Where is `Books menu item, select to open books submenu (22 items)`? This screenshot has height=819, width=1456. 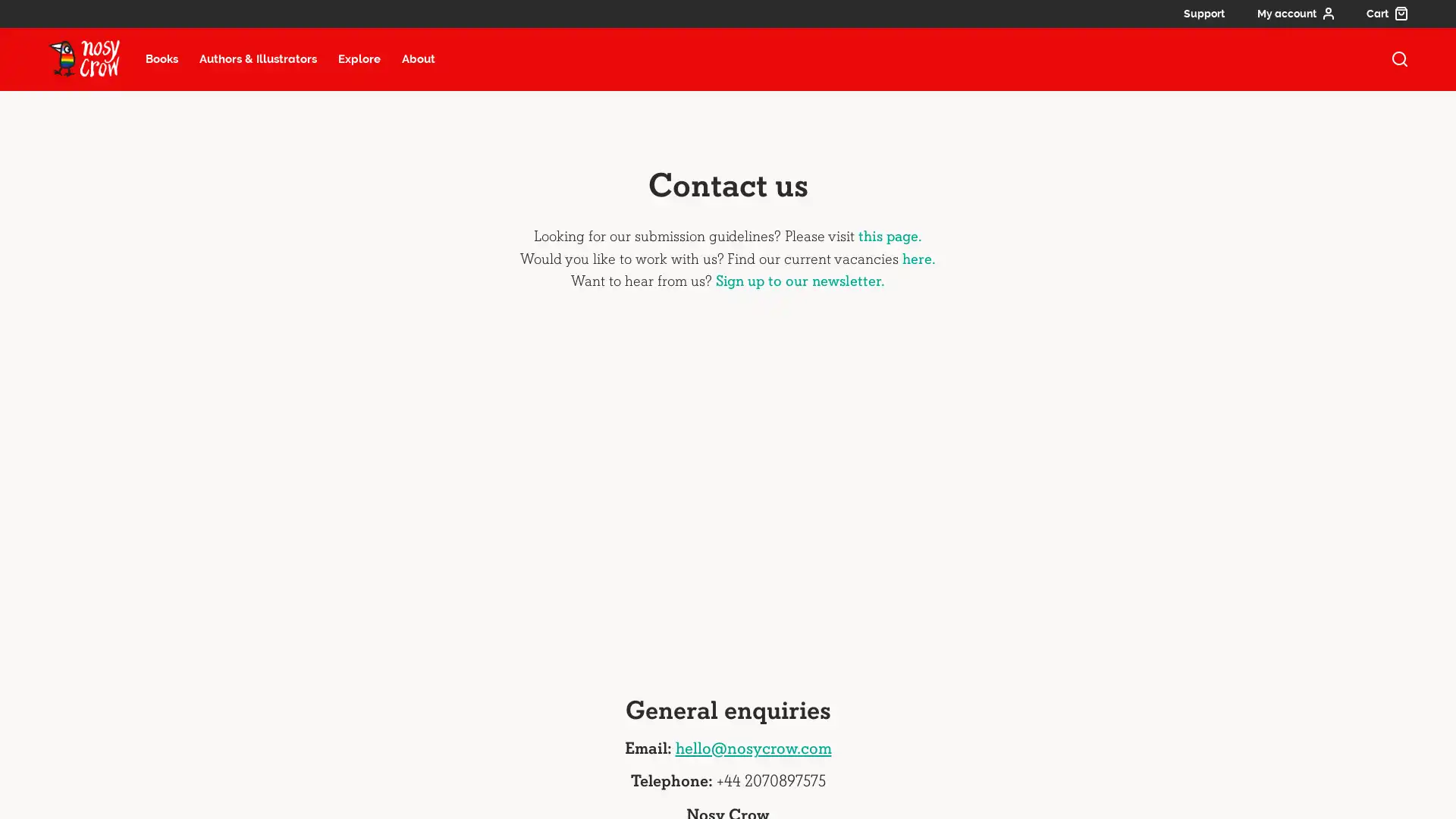 Books menu item, select to open books submenu (22 items) is located at coordinates (162, 58).